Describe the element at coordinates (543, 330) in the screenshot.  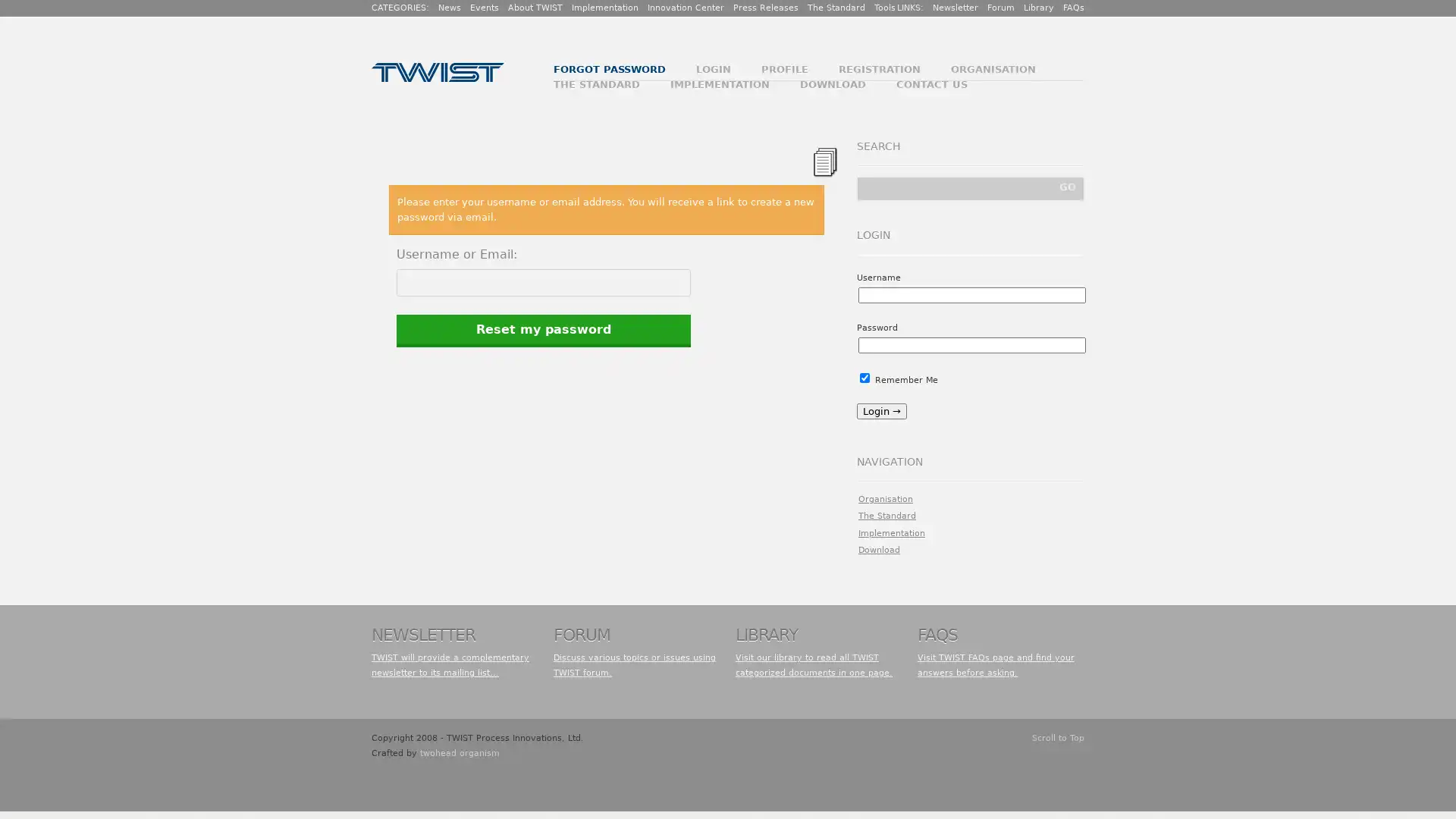
I see `Reset my password` at that location.